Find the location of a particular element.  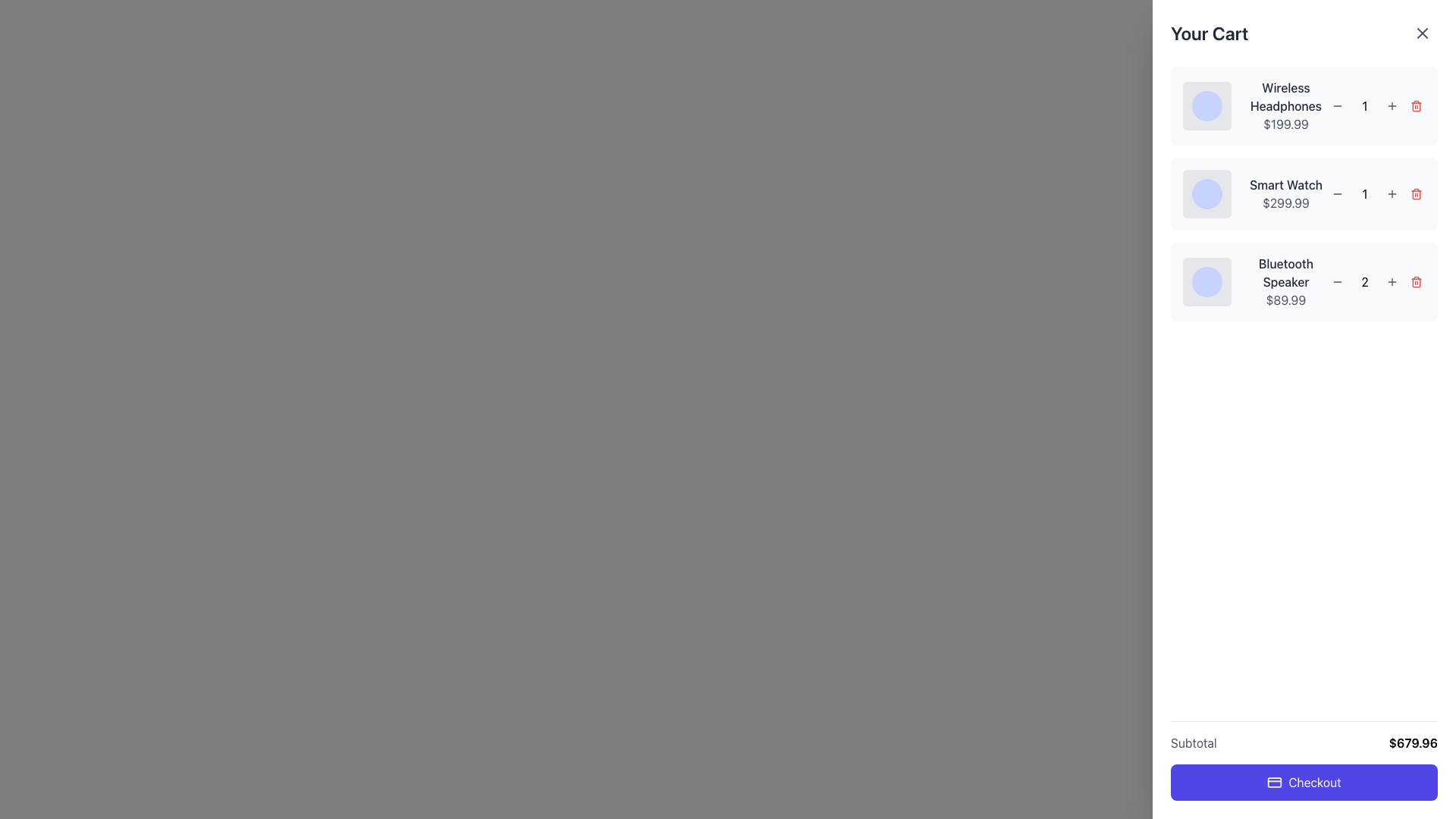

the icon button with a grey plus sign, located to the right of the quantity display in the cart interface, to observe the hover effect is located at coordinates (1392, 105).